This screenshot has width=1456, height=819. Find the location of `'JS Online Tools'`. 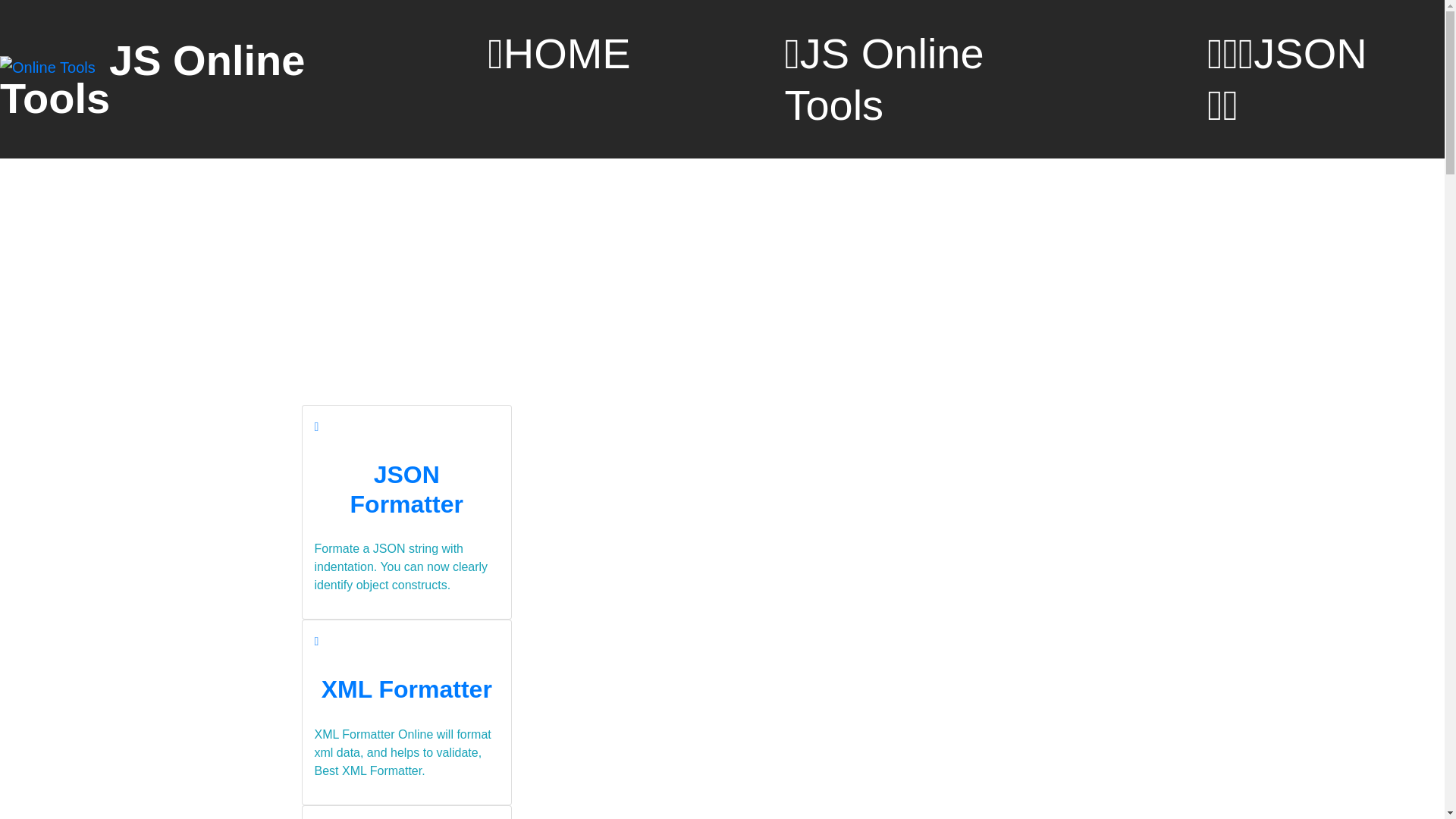

'JS Online Tools' is located at coordinates (918, 79).